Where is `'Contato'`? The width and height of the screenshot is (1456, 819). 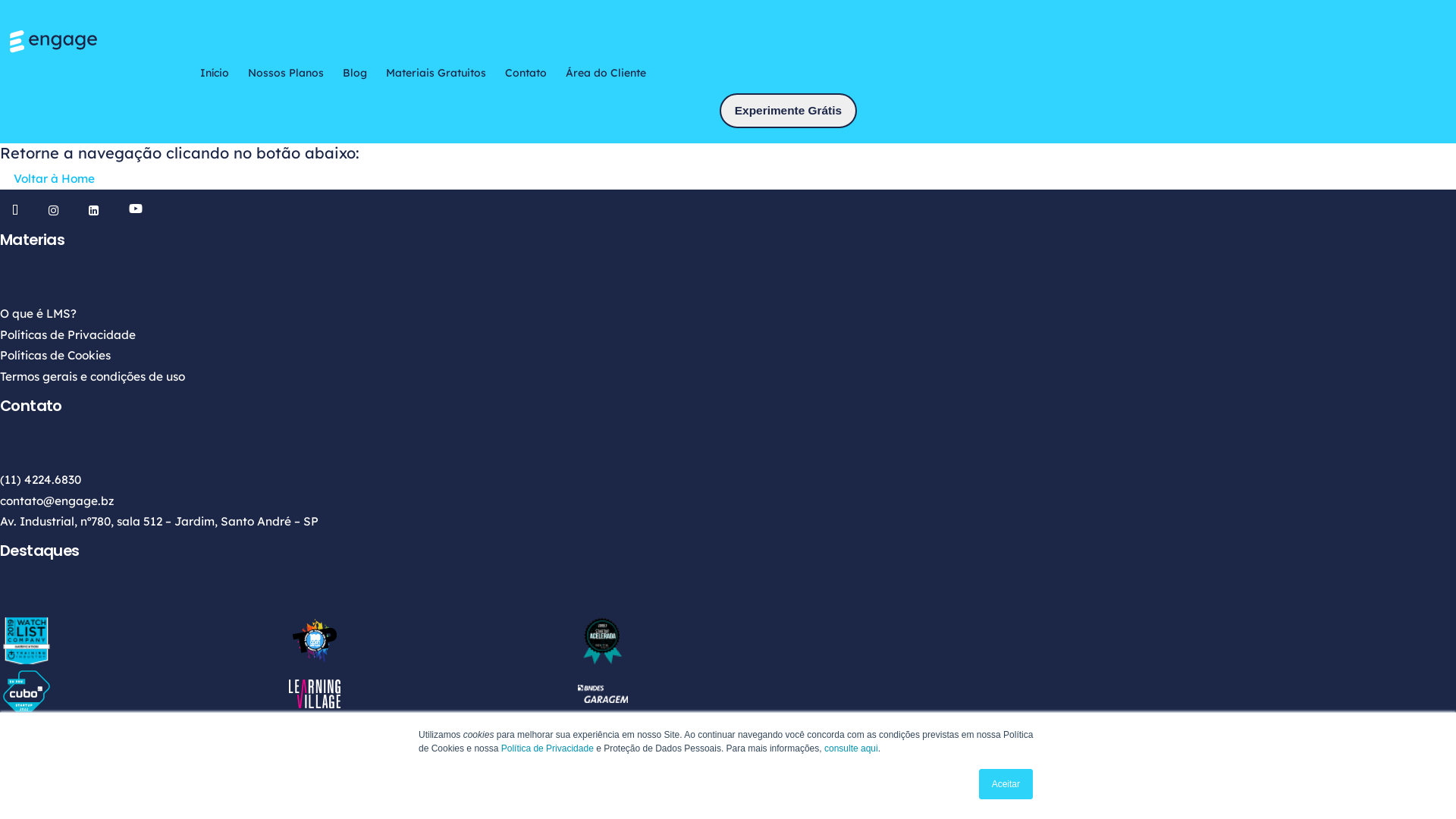
'Contato' is located at coordinates (526, 73).